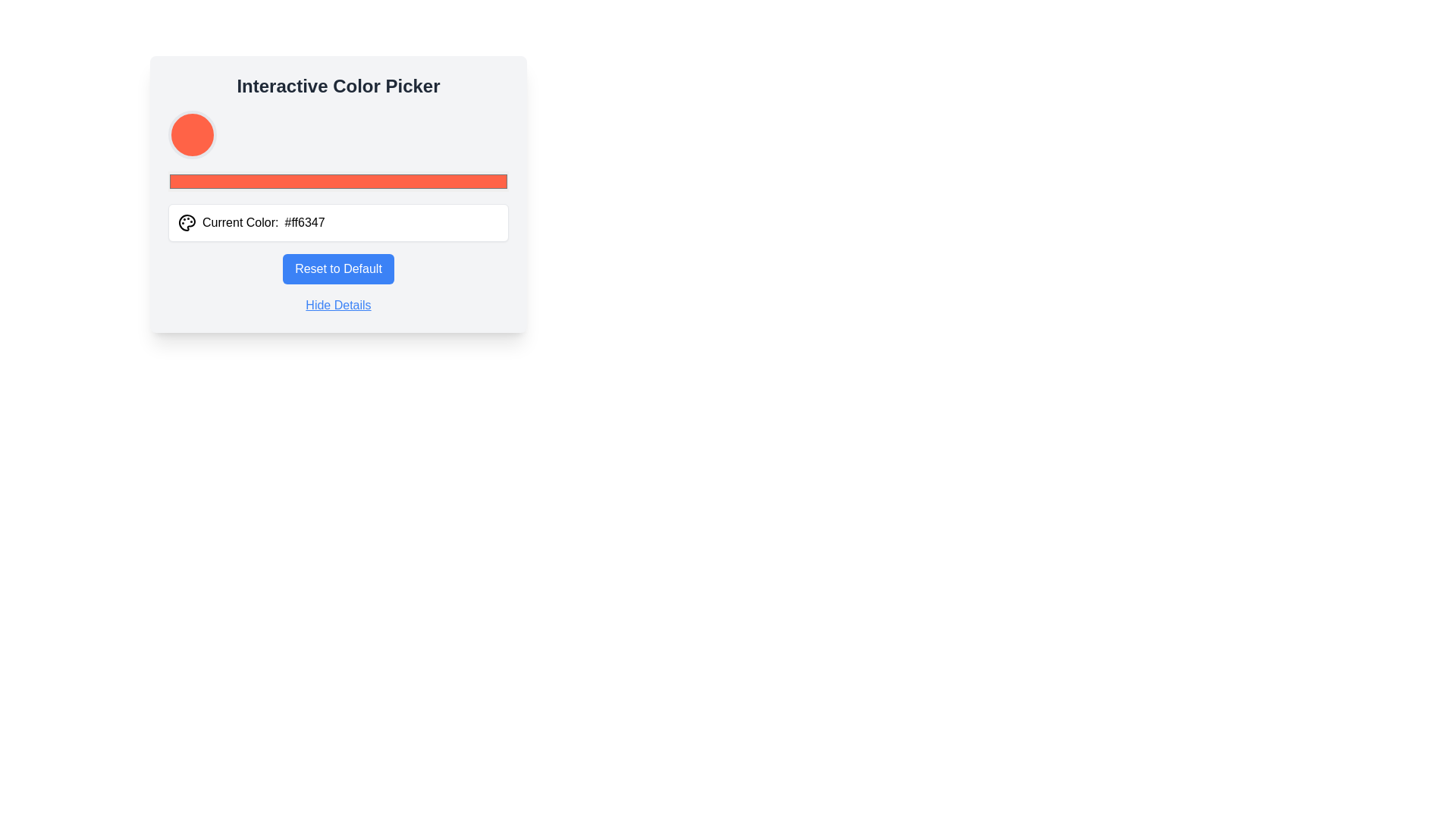 This screenshot has height=819, width=1456. I want to click on the slider value, so click(290, 180).